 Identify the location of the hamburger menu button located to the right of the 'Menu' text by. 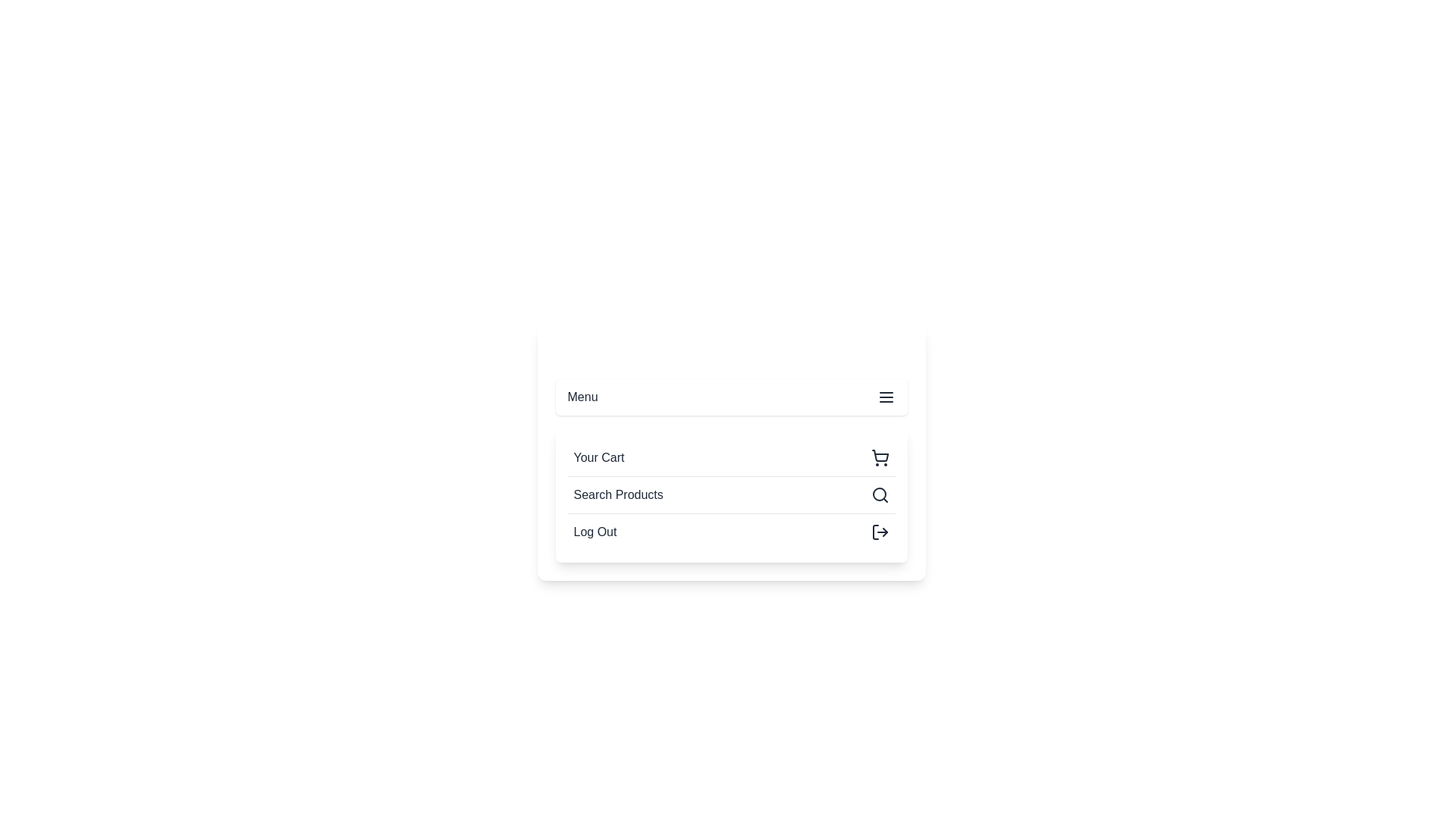
(886, 397).